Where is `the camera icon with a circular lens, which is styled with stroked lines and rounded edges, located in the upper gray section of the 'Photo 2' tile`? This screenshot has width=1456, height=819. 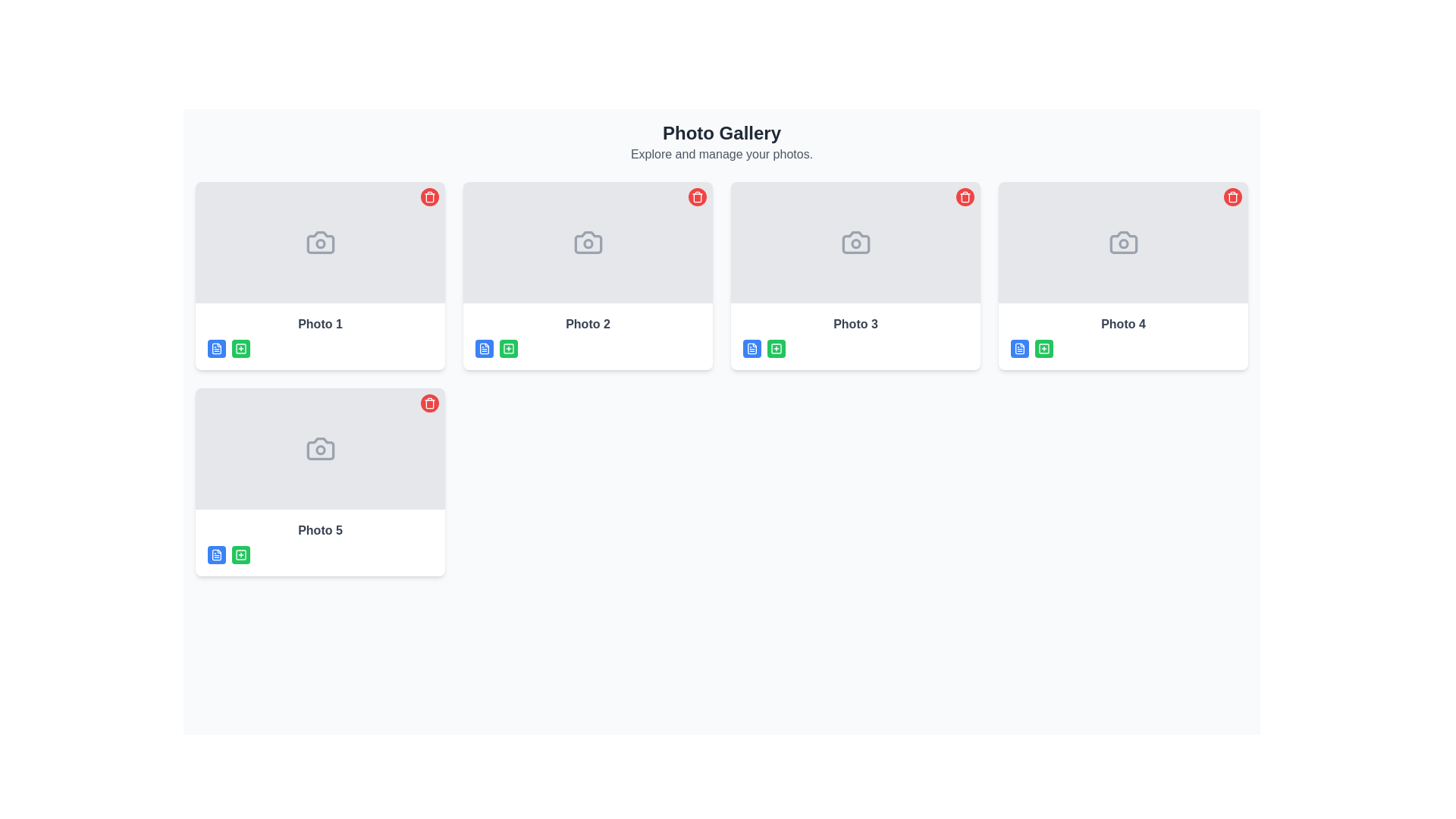
the camera icon with a circular lens, which is styled with stroked lines and rounded edges, located in the upper gray section of the 'Photo 2' tile is located at coordinates (587, 242).